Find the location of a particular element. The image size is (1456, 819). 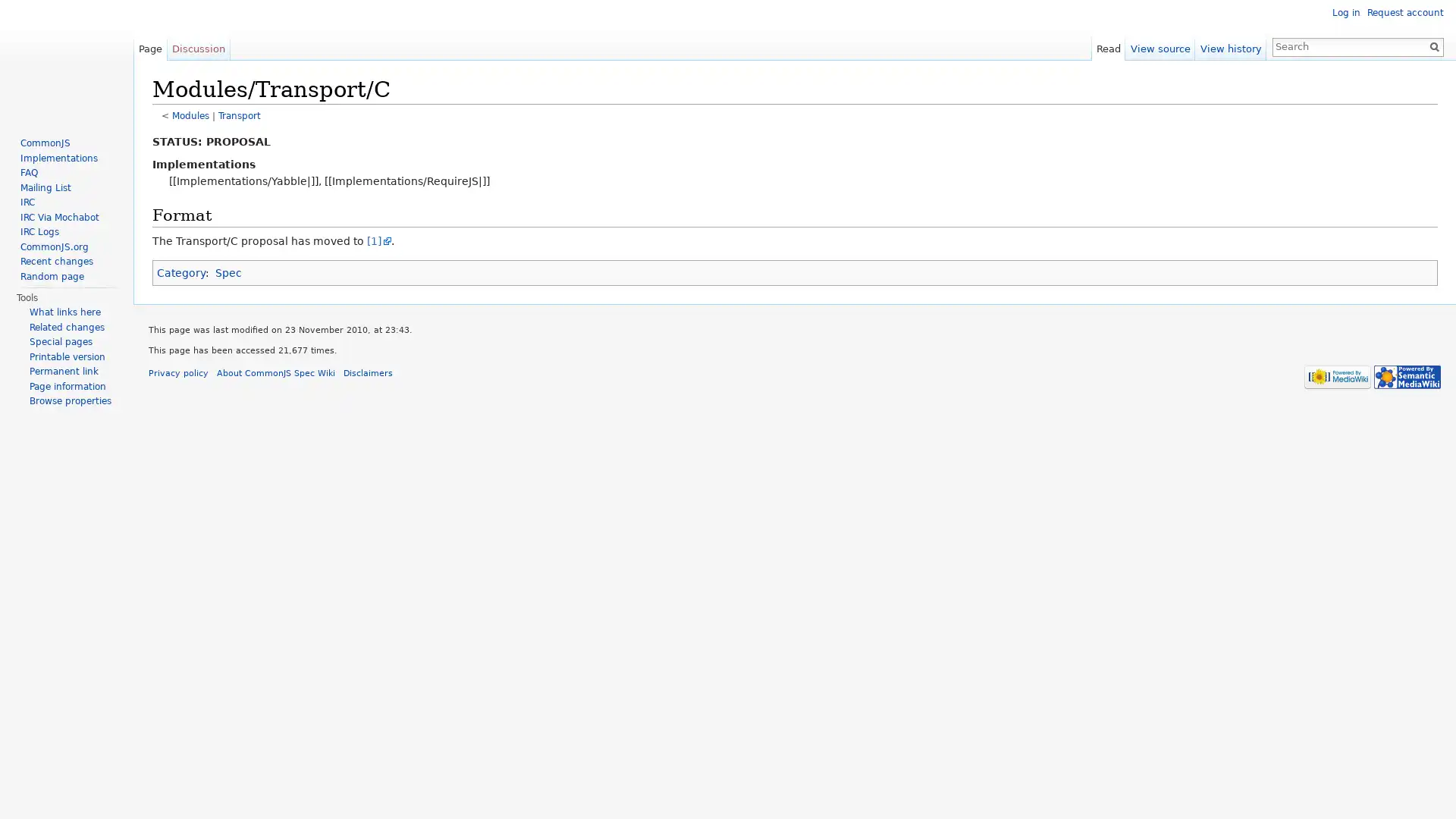

Search is located at coordinates (1433, 45).